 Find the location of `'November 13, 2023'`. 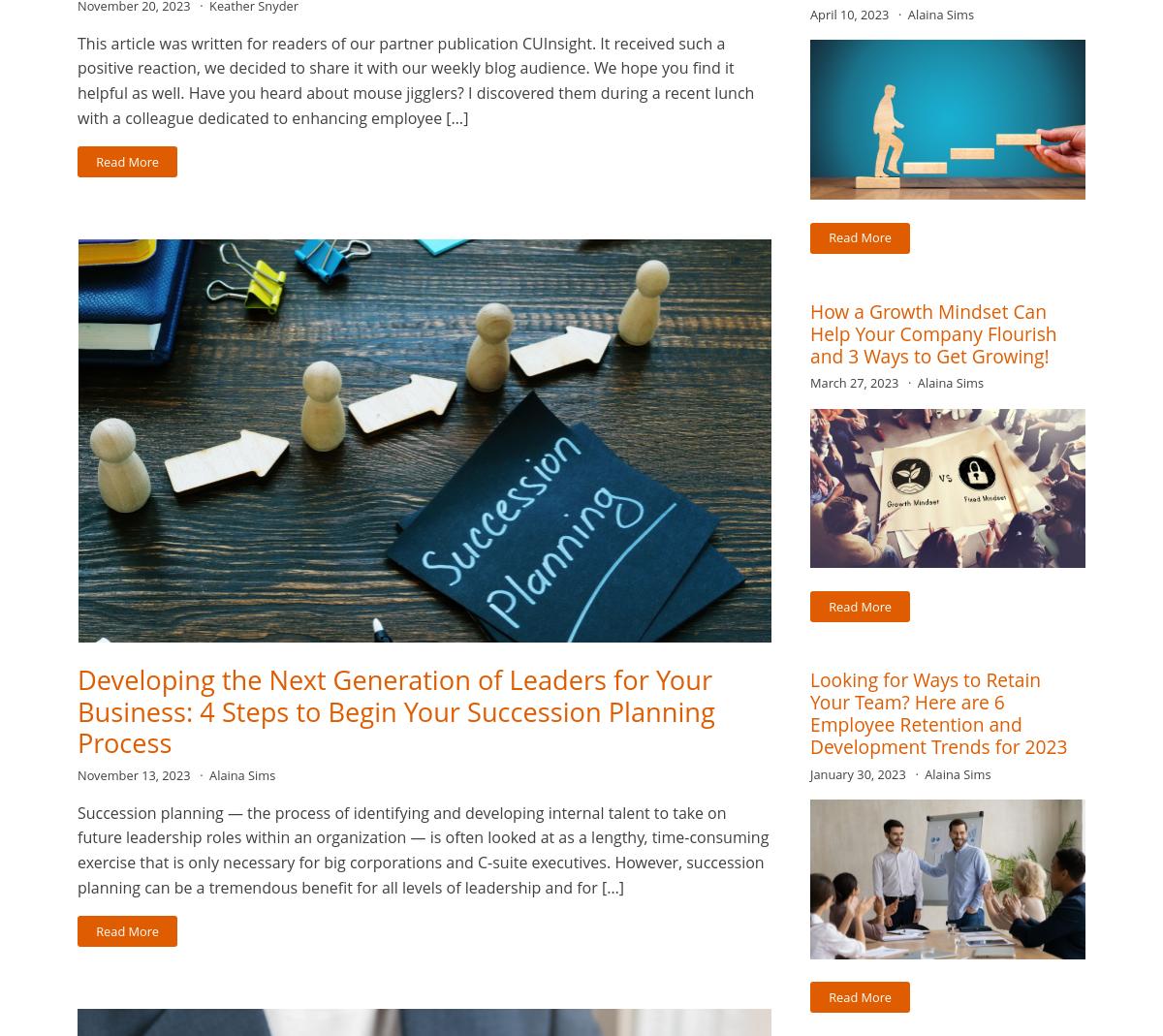

'November 13, 2023' is located at coordinates (135, 775).